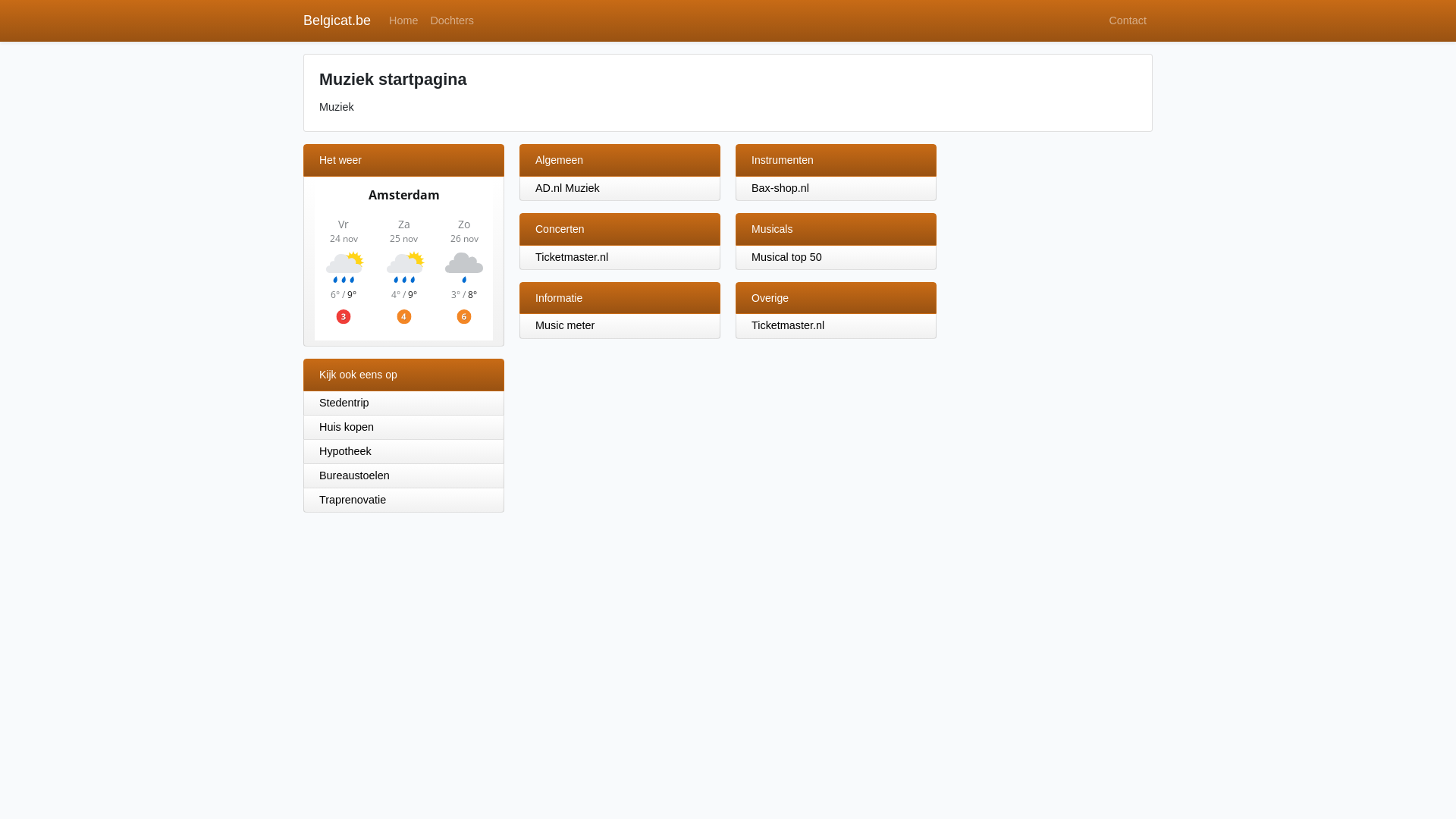  What do you see at coordinates (403, 500) in the screenshot?
I see `'Traprenovatie'` at bounding box center [403, 500].